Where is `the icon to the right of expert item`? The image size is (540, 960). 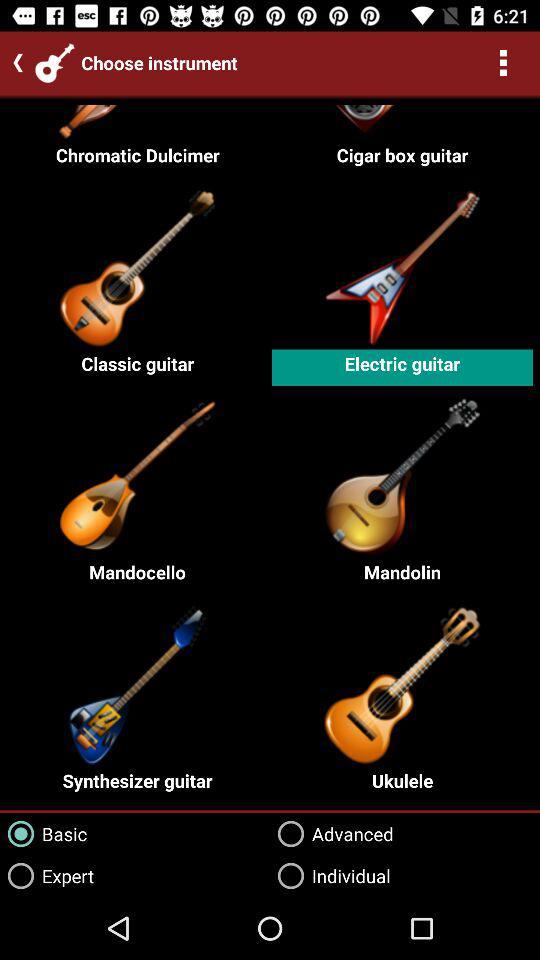
the icon to the right of expert item is located at coordinates (331, 834).